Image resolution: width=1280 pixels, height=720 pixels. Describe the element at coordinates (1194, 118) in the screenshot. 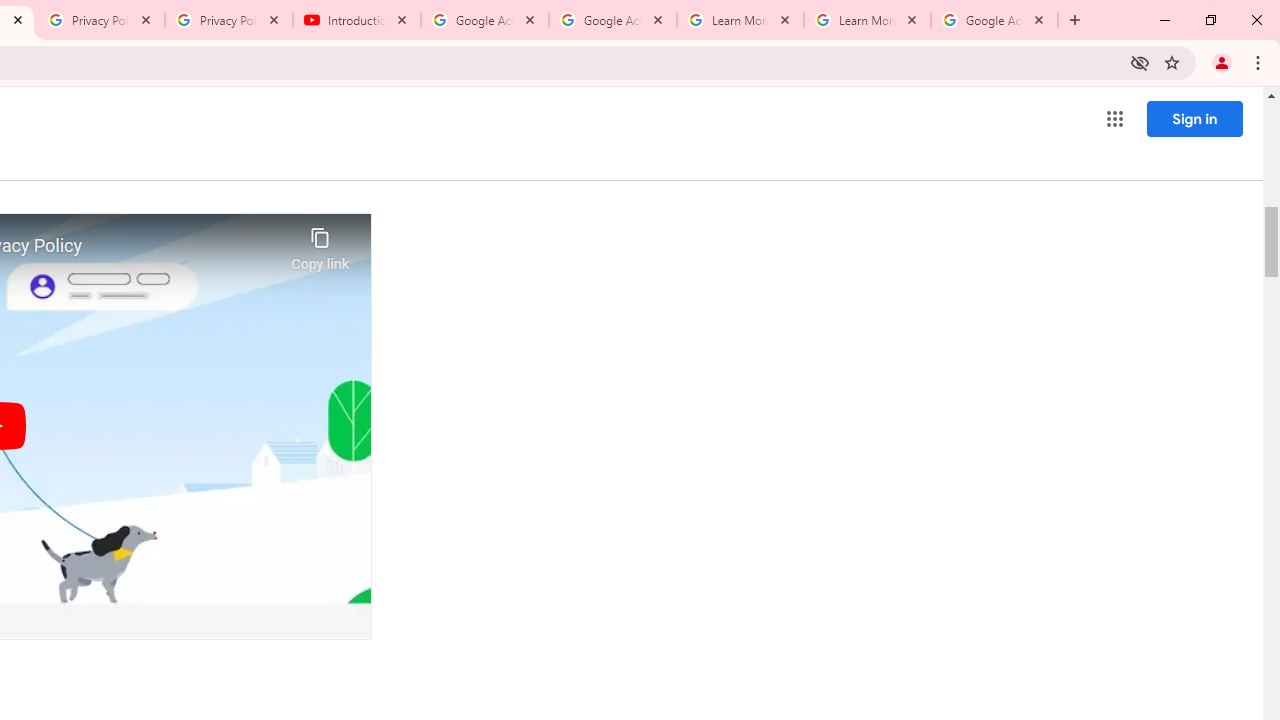

I see `'Sign in'` at that location.